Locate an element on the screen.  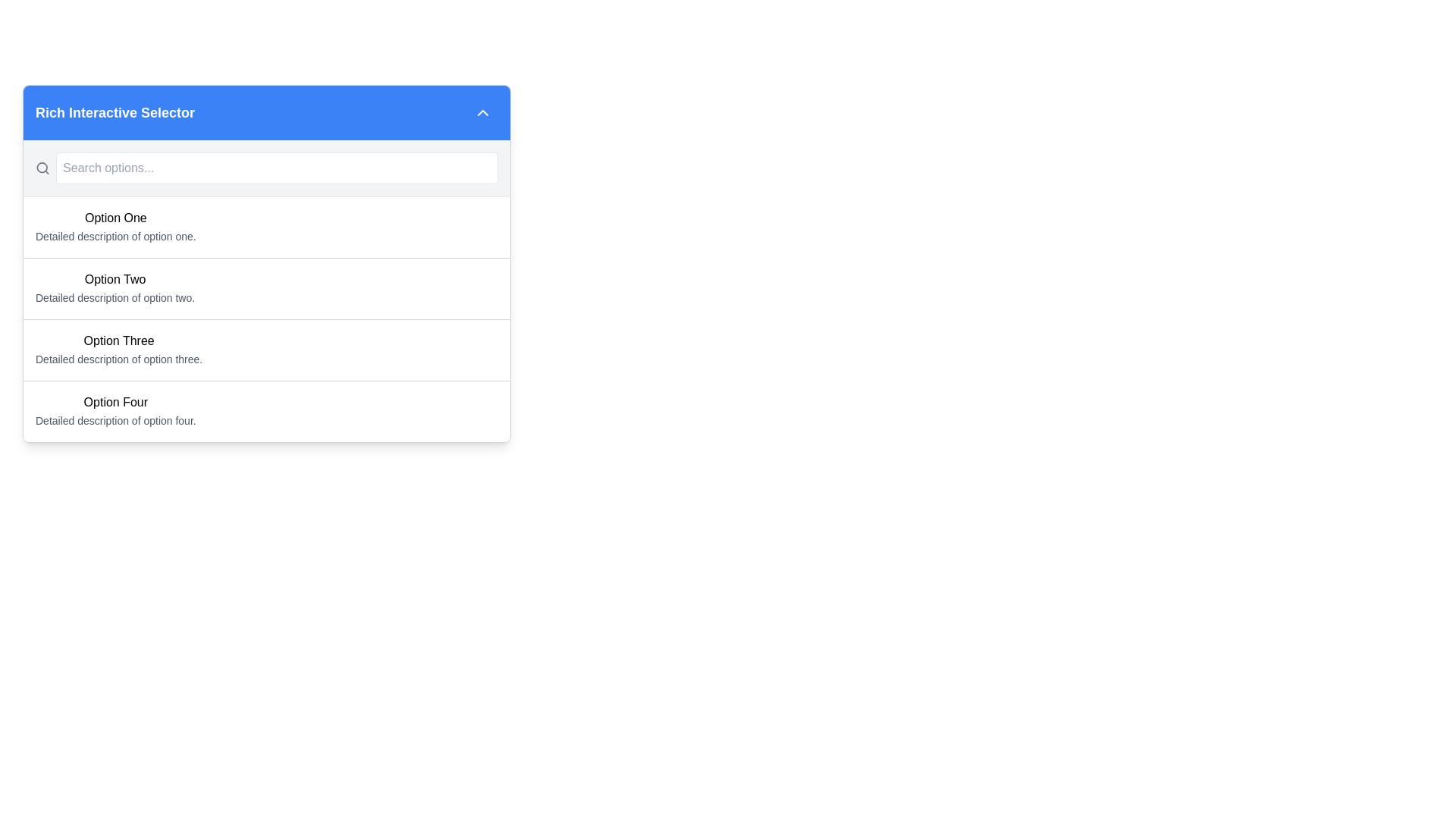
the list item titled 'Option Two' with the description 'Detailed description of option two' to select it is located at coordinates (115, 289).